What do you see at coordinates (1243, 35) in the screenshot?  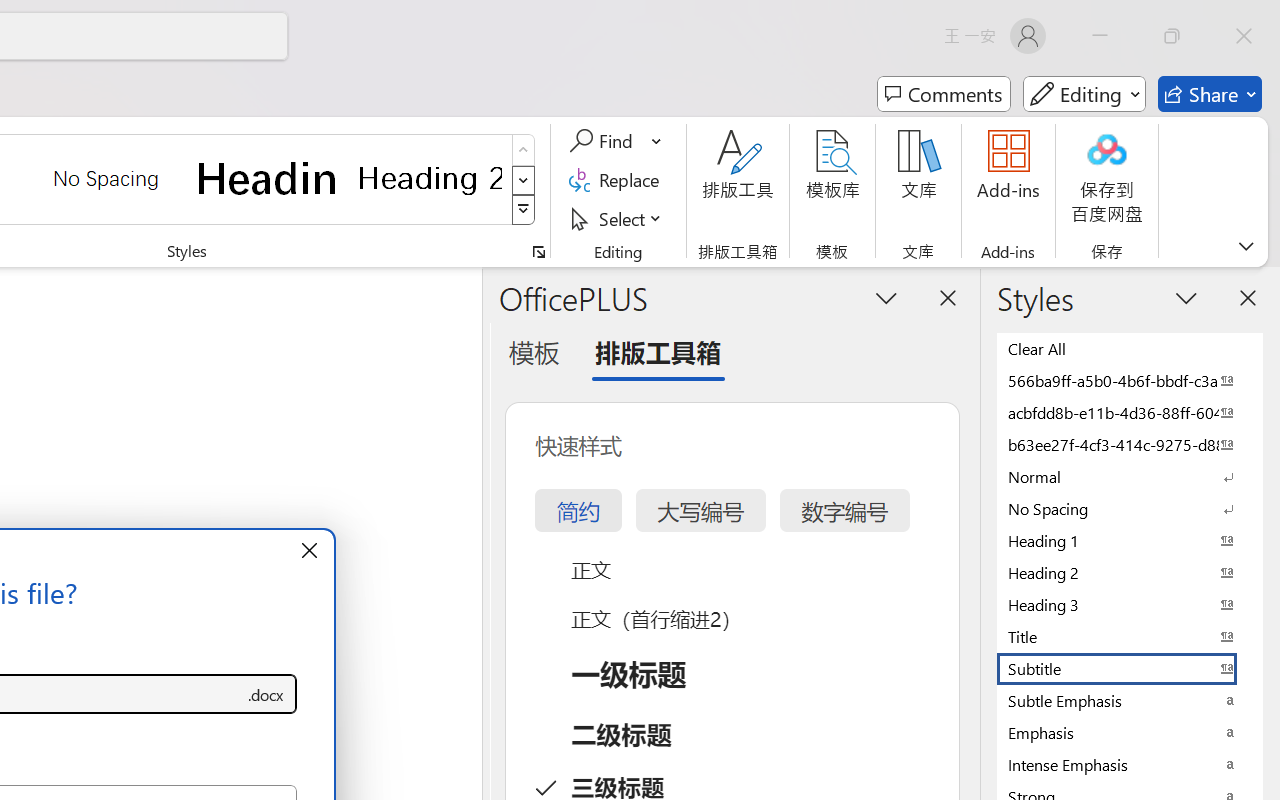 I see `'Close'` at bounding box center [1243, 35].